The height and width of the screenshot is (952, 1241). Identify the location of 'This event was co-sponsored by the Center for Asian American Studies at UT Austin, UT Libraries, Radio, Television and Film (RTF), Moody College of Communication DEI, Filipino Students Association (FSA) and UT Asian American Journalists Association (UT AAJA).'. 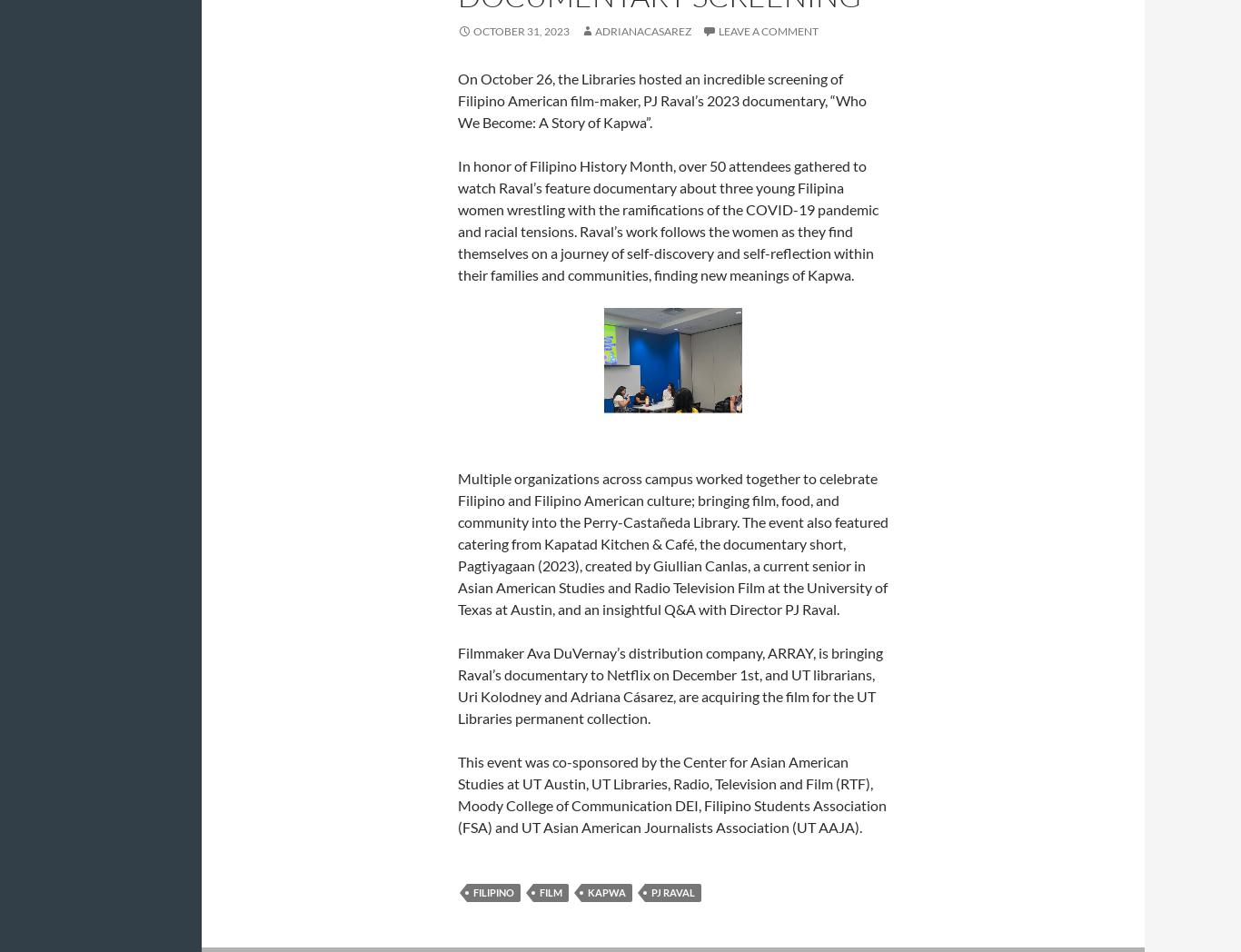
(671, 793).